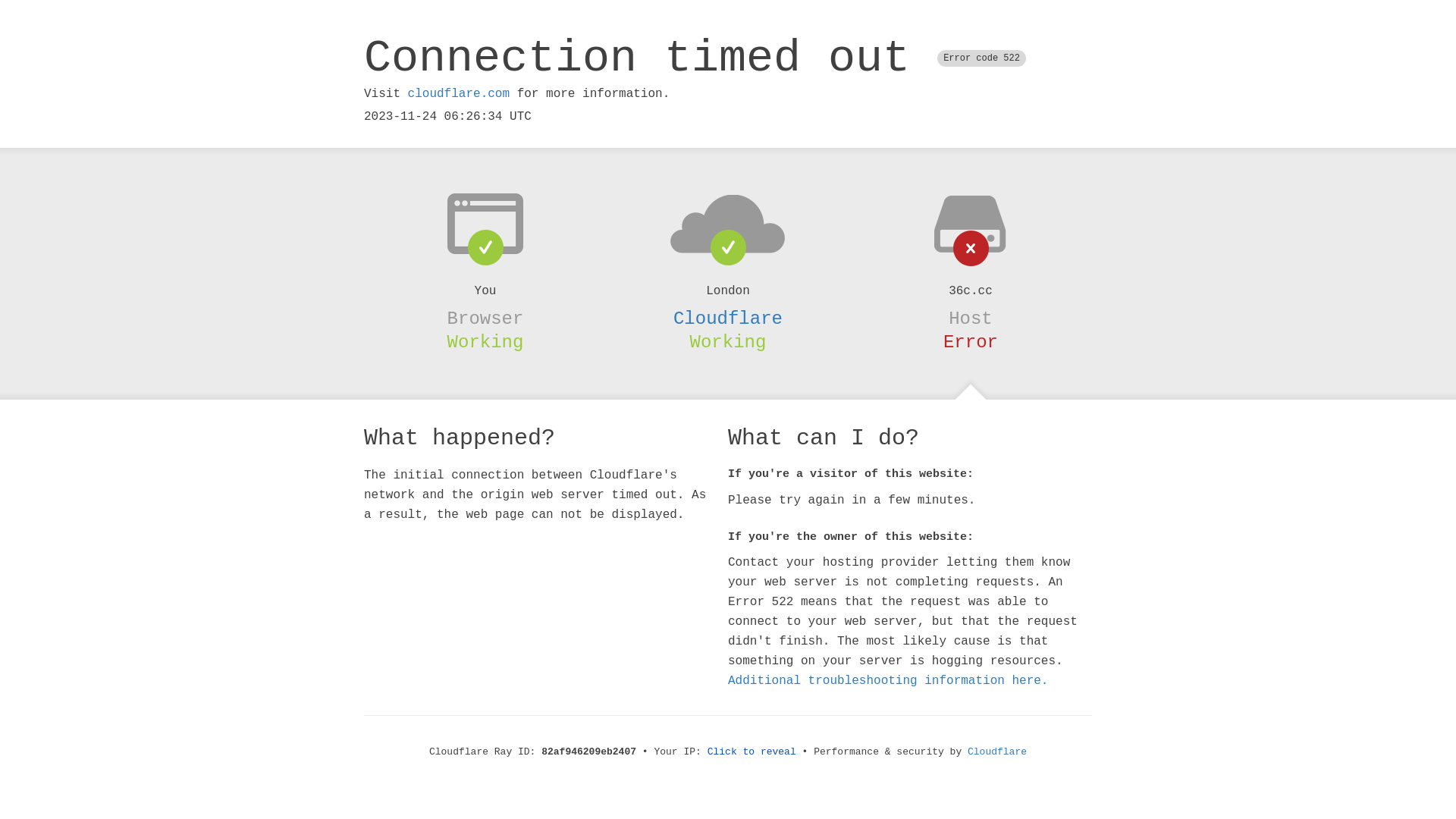 Image resolution: width=1456 pixels, height=819 pixels. What do you see at coordinates (457, 93) in the screenshot?
I see `'cloudflare.com'` at bounding box center [457, 93].